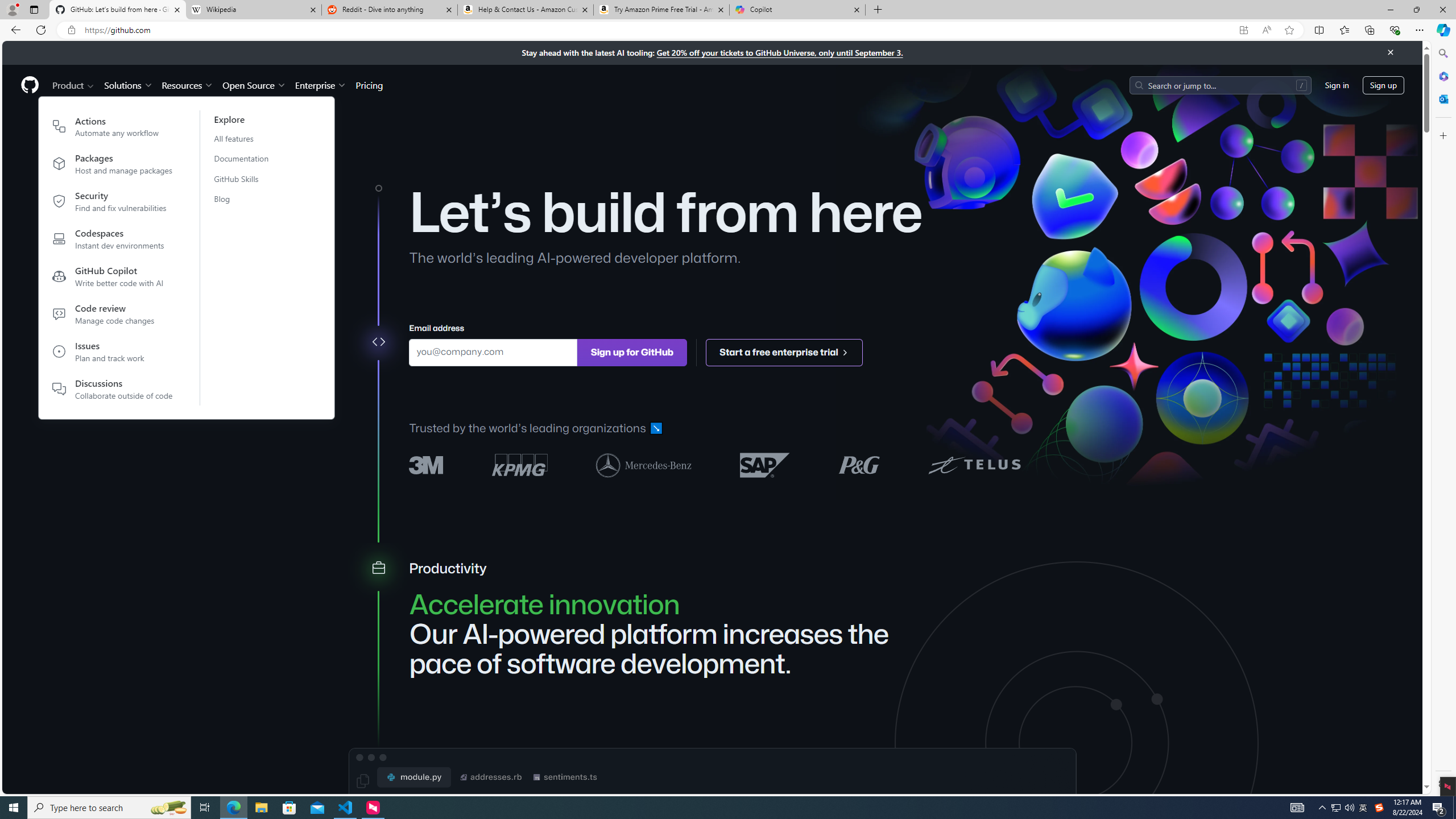 This screenshot has width=1456, height=819. I want to click on 'Wikipedia', so click(253, 9).